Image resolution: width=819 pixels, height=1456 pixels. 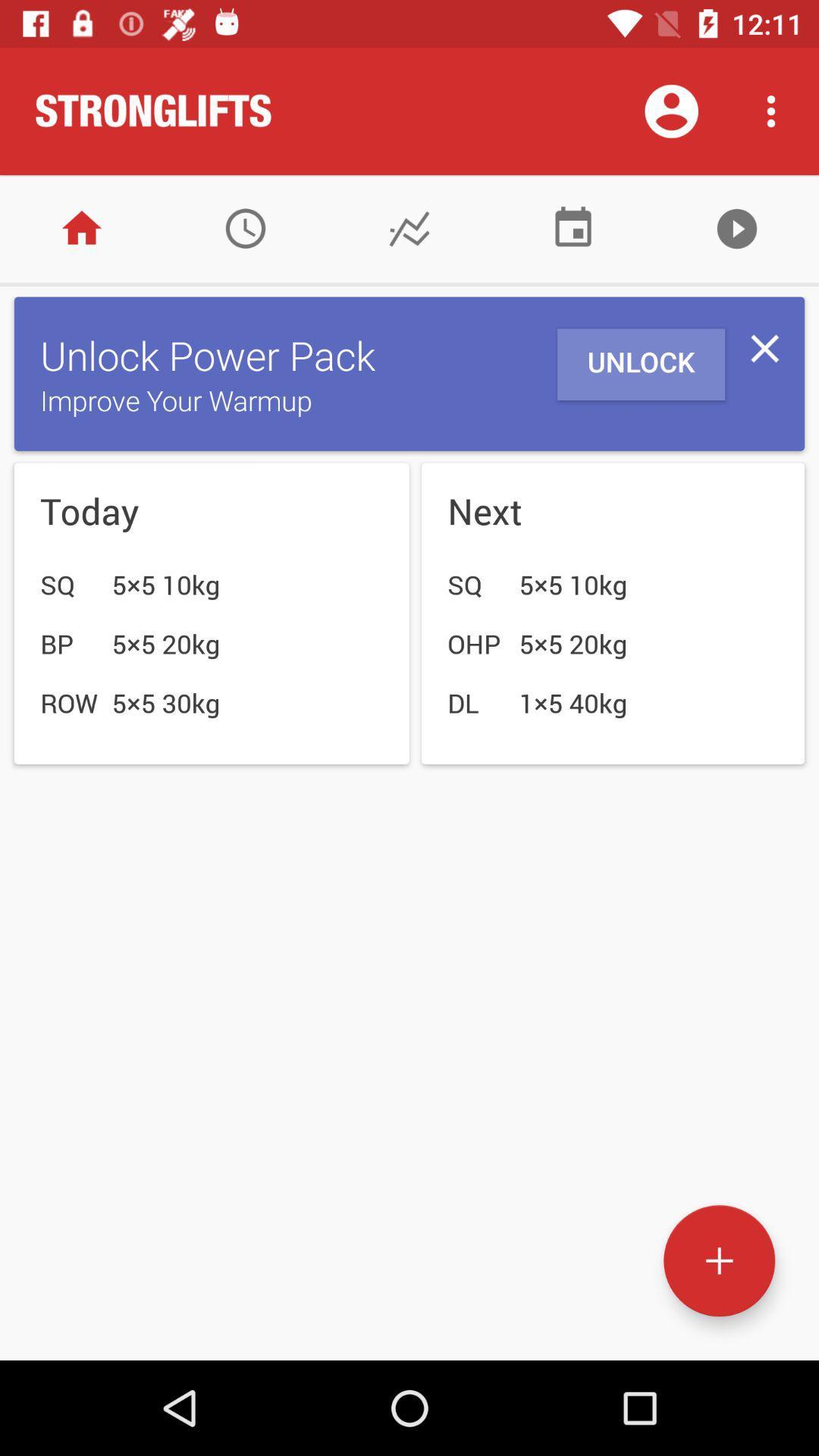 What do you see at coordinates (764, 347) in the screenshot?
I see `the icon to the right of the unlock item` at bounding box center [764, 347].